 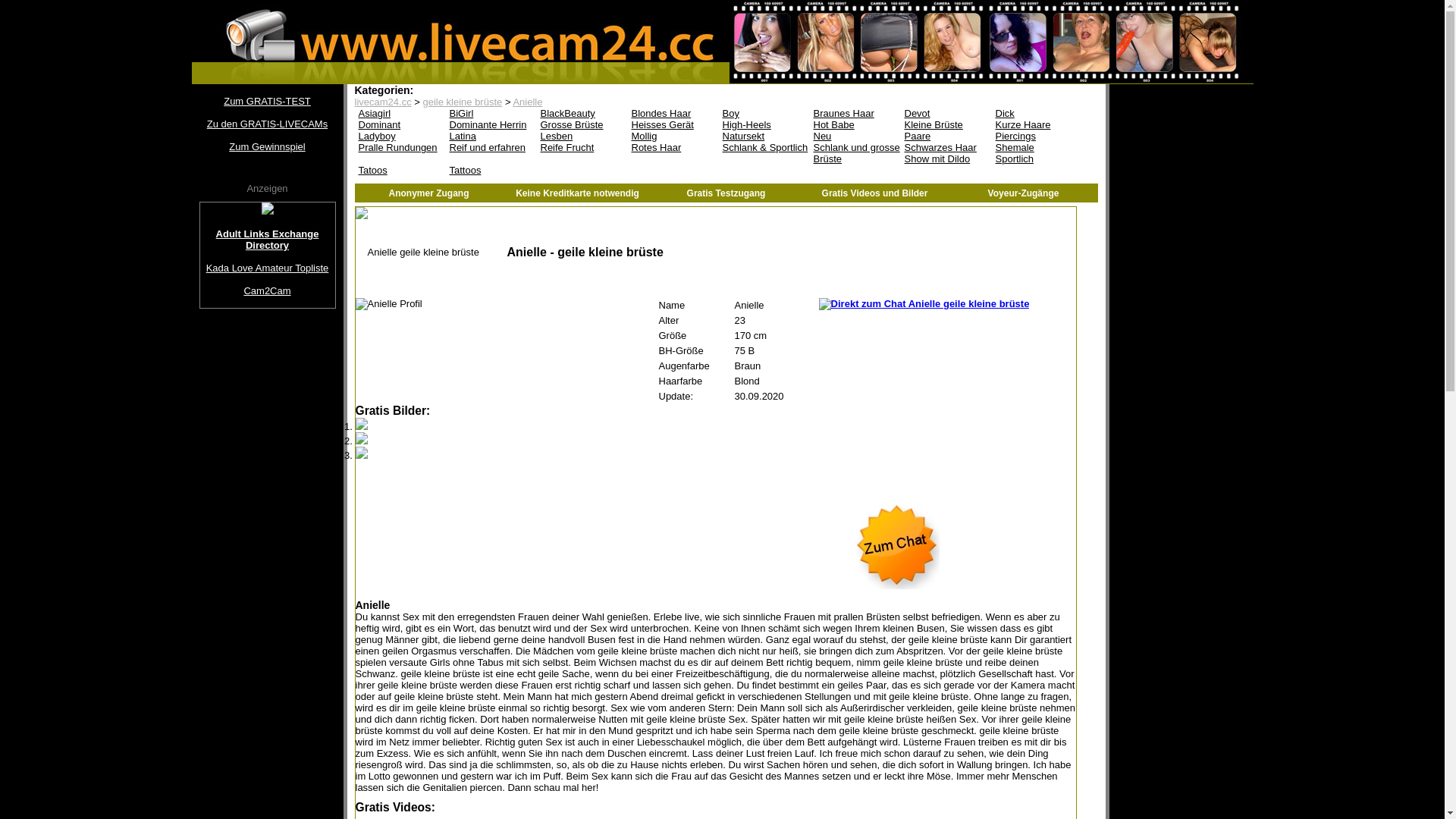 I want to click on 'Adult Links Exchange Directory', so click(x=268, y=239).